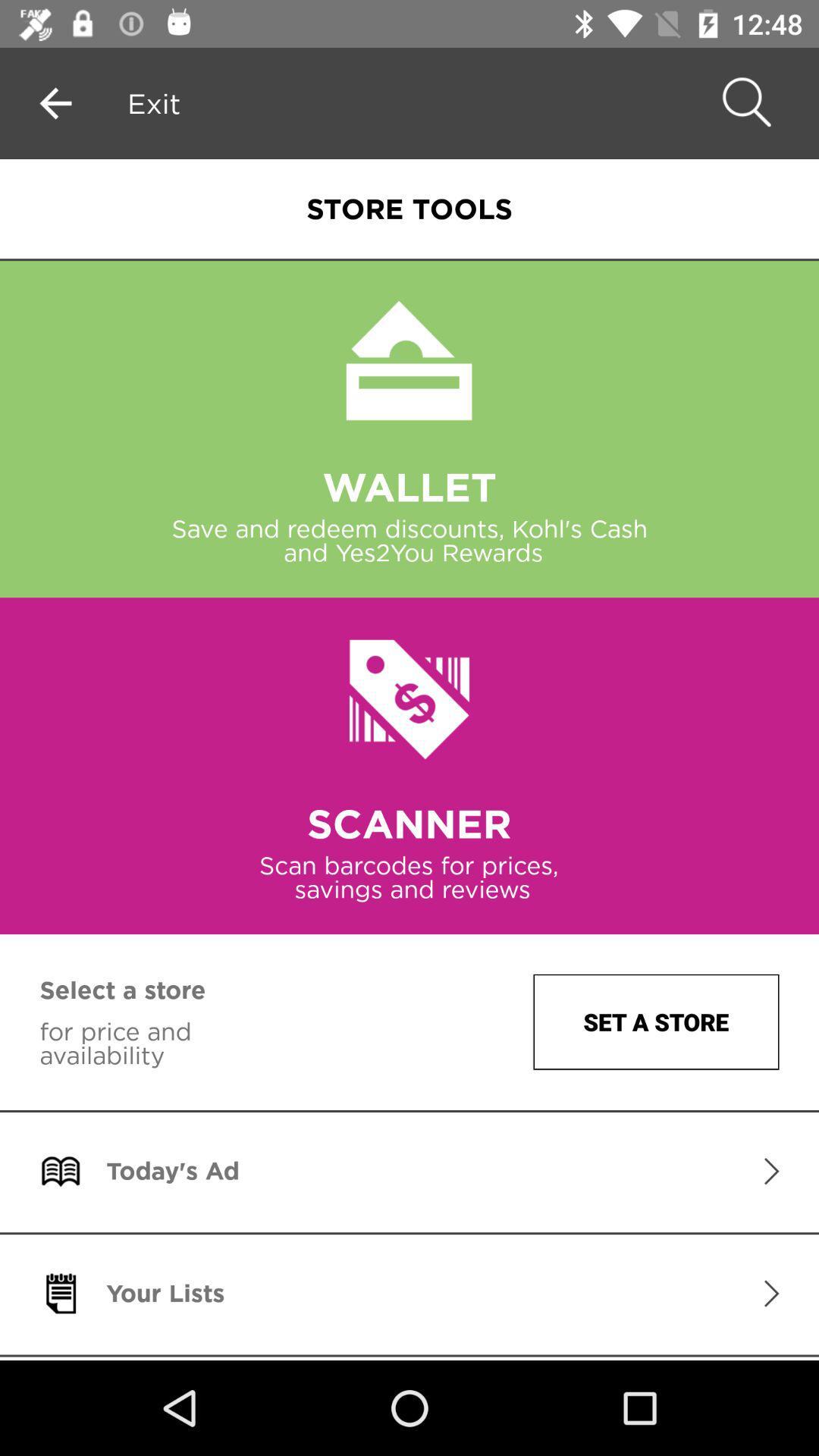 This screenshot has width=819, height=1456. I want to click on for search, so click(743, 102).